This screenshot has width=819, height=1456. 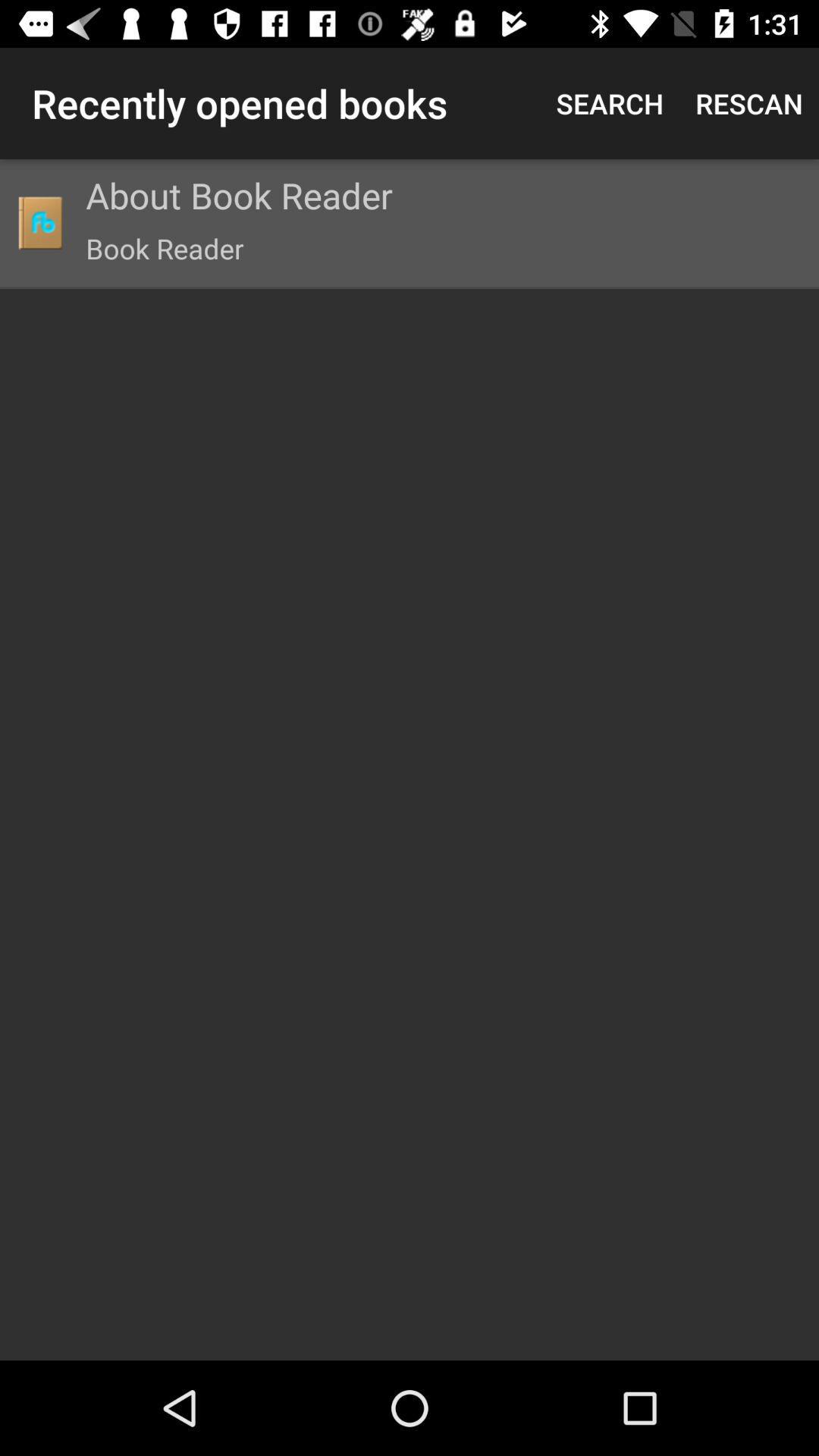 I want to click on the icon to the right of recently opened books item, so click(x=609, y=102).